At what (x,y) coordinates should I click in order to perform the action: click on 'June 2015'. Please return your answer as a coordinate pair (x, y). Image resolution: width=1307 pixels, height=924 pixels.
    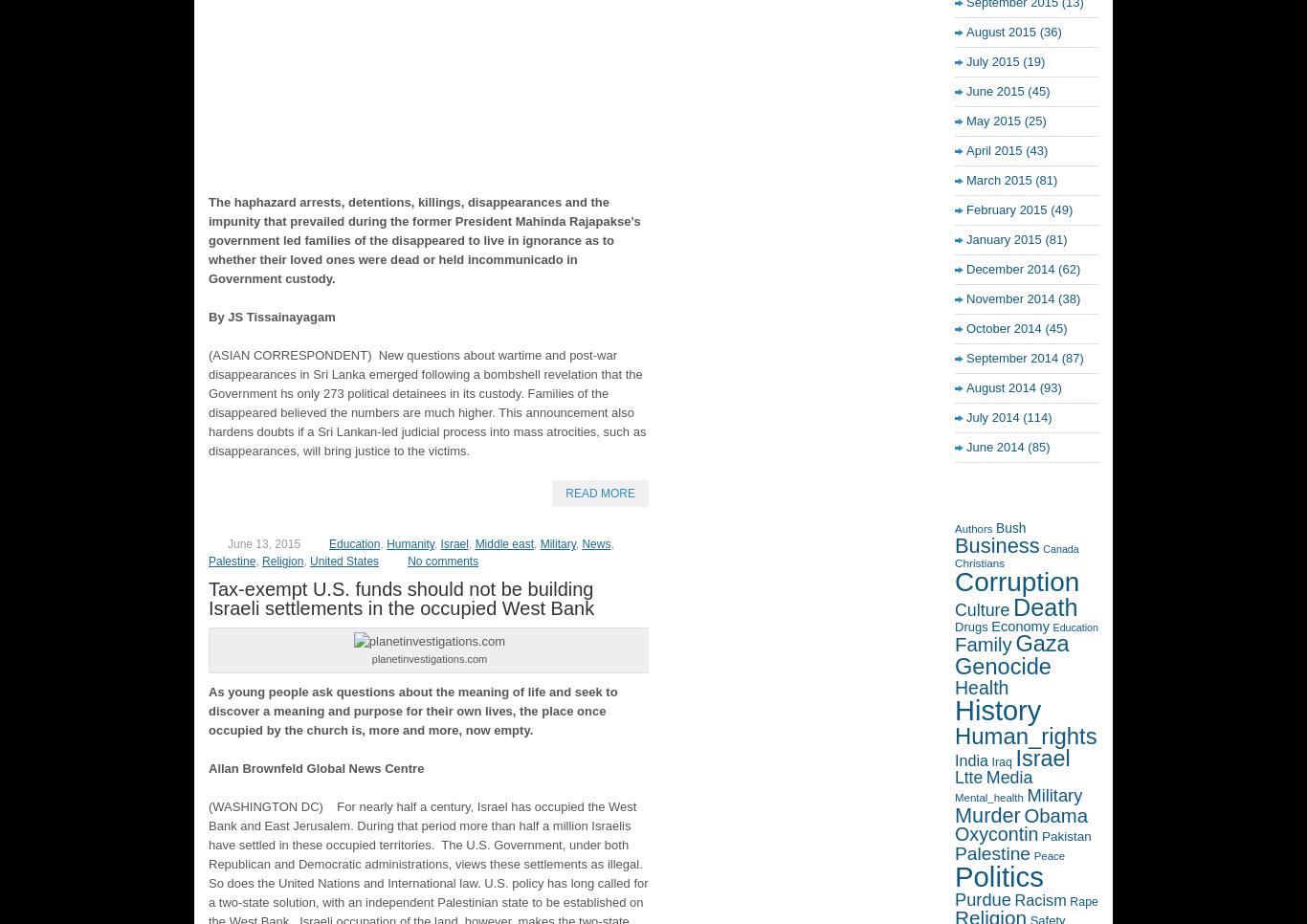
    Looking at the image, I should click on (993, 90).